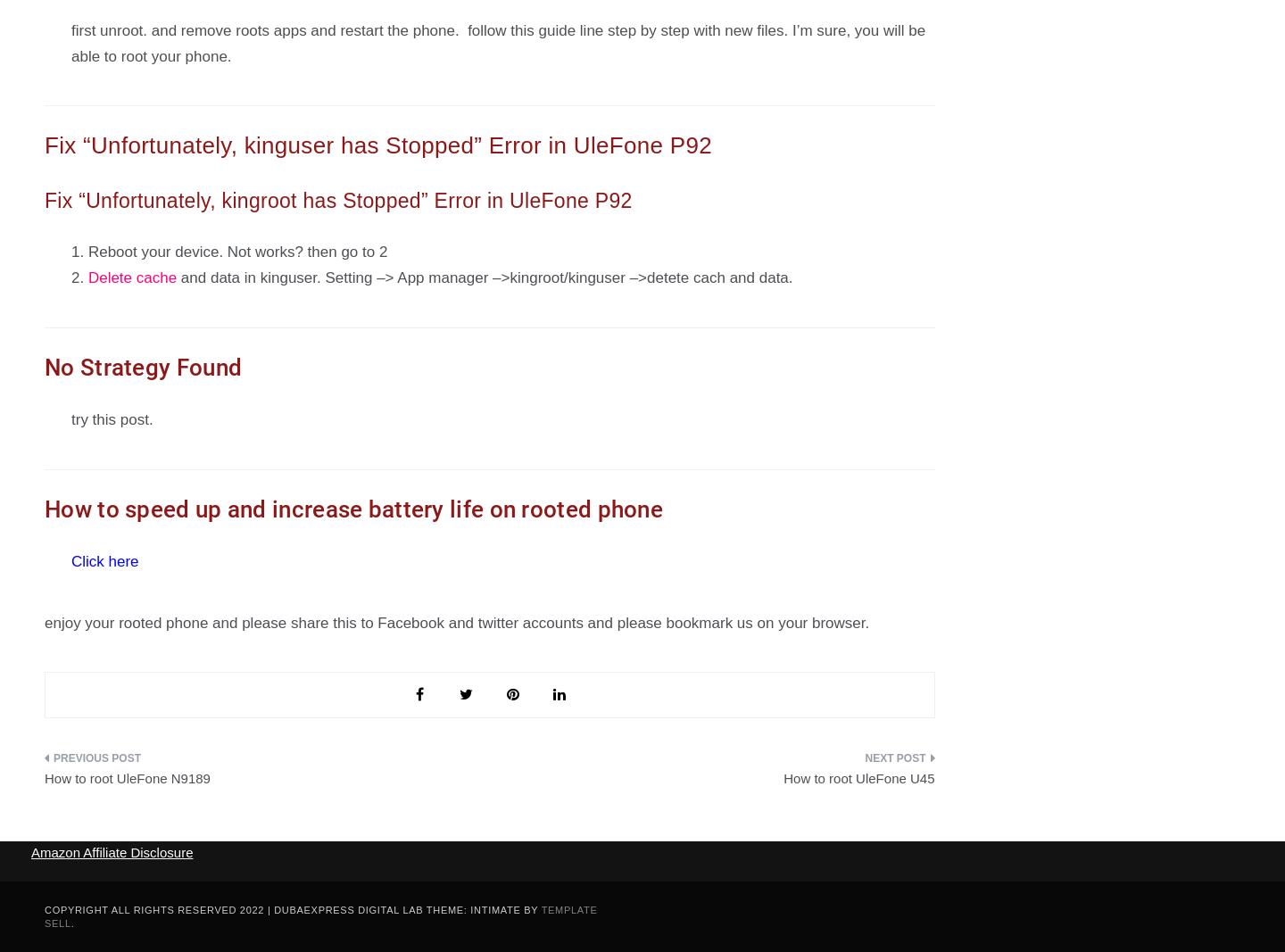 The height and width of the screenshot is (952, 1285). I want to click on 'How to speed up and increase battery life on rooted phone', so click(352, 508).